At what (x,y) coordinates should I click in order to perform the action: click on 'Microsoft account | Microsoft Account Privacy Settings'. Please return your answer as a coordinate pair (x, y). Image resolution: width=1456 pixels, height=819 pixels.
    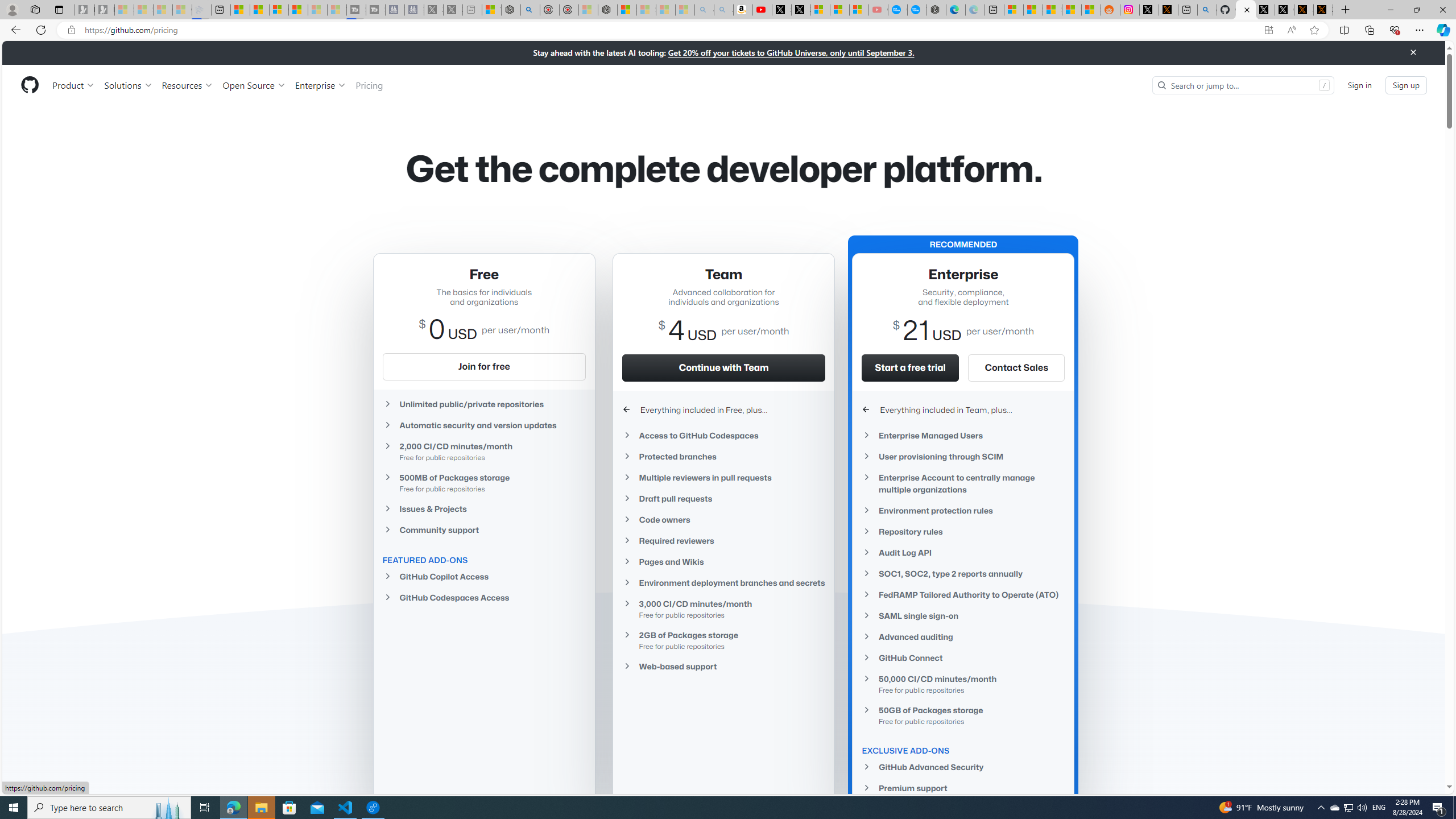
    Looking at the image, I should click on (1013, 9).